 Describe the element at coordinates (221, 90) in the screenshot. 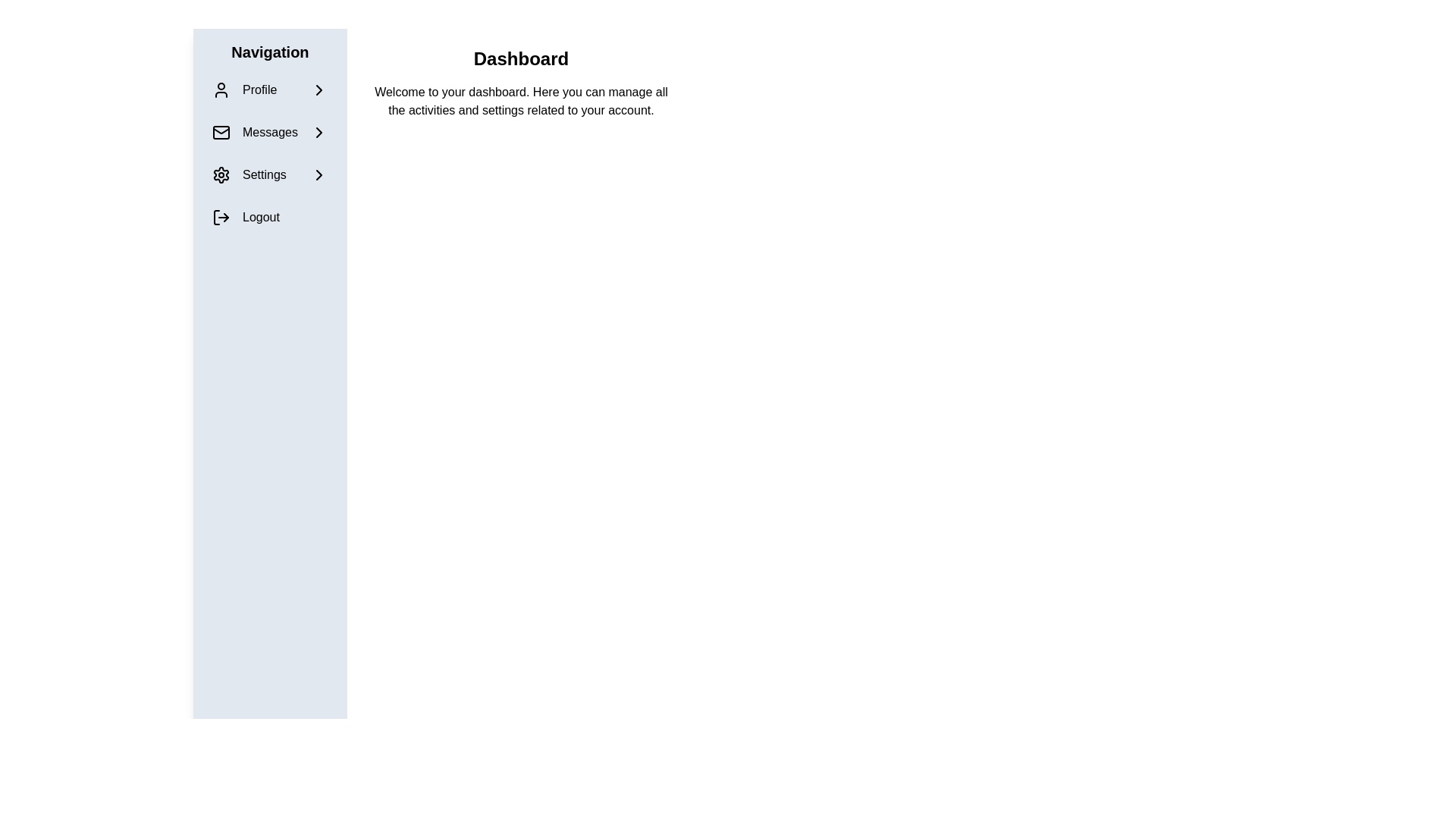

I see `the 'Profile' icon in the left-hand navigation bar, which is the first element under the 'Navigation' heading` at that location.